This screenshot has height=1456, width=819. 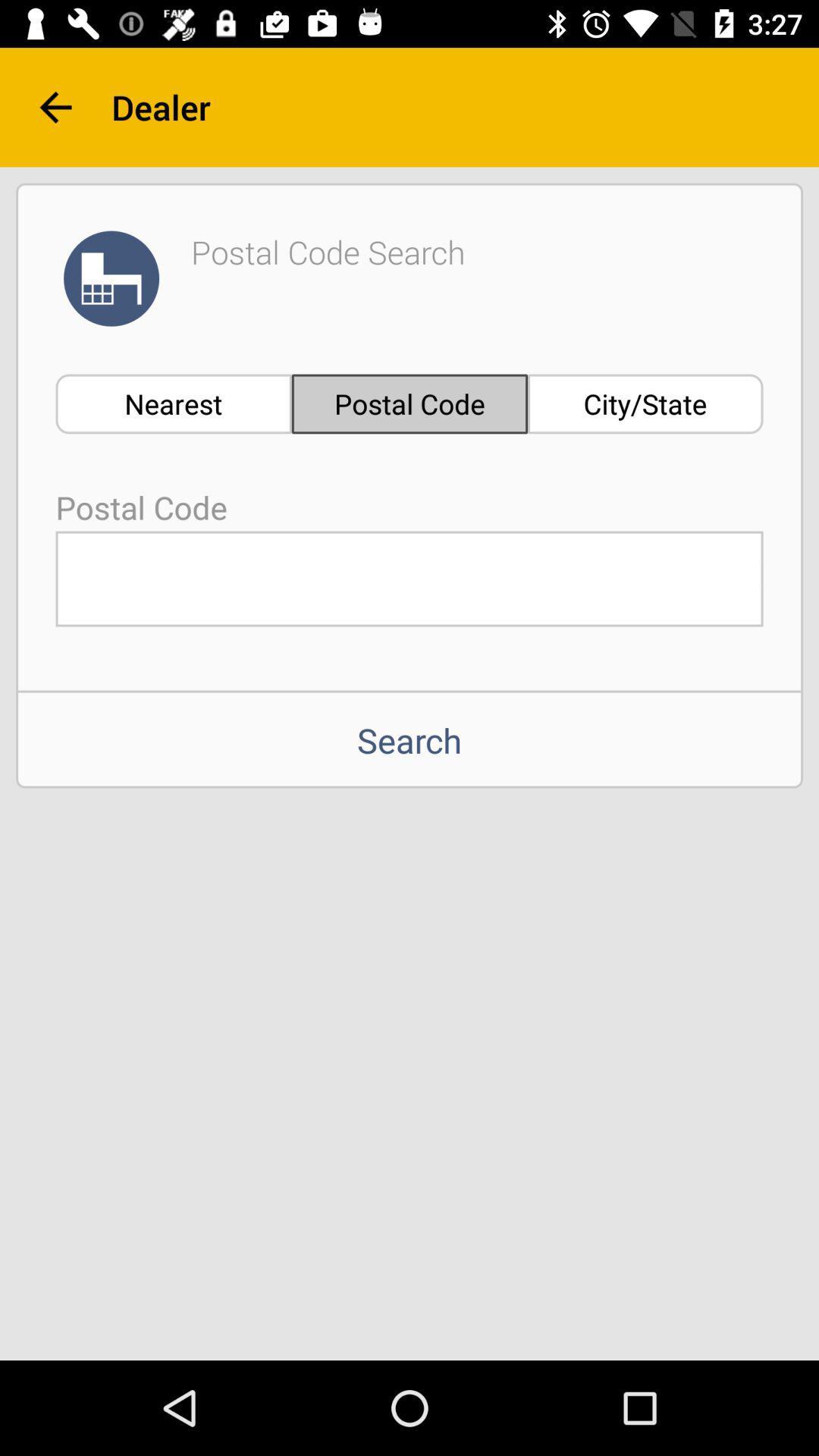 I want to click on icon next to the postal code, so click(x=645, y=403).